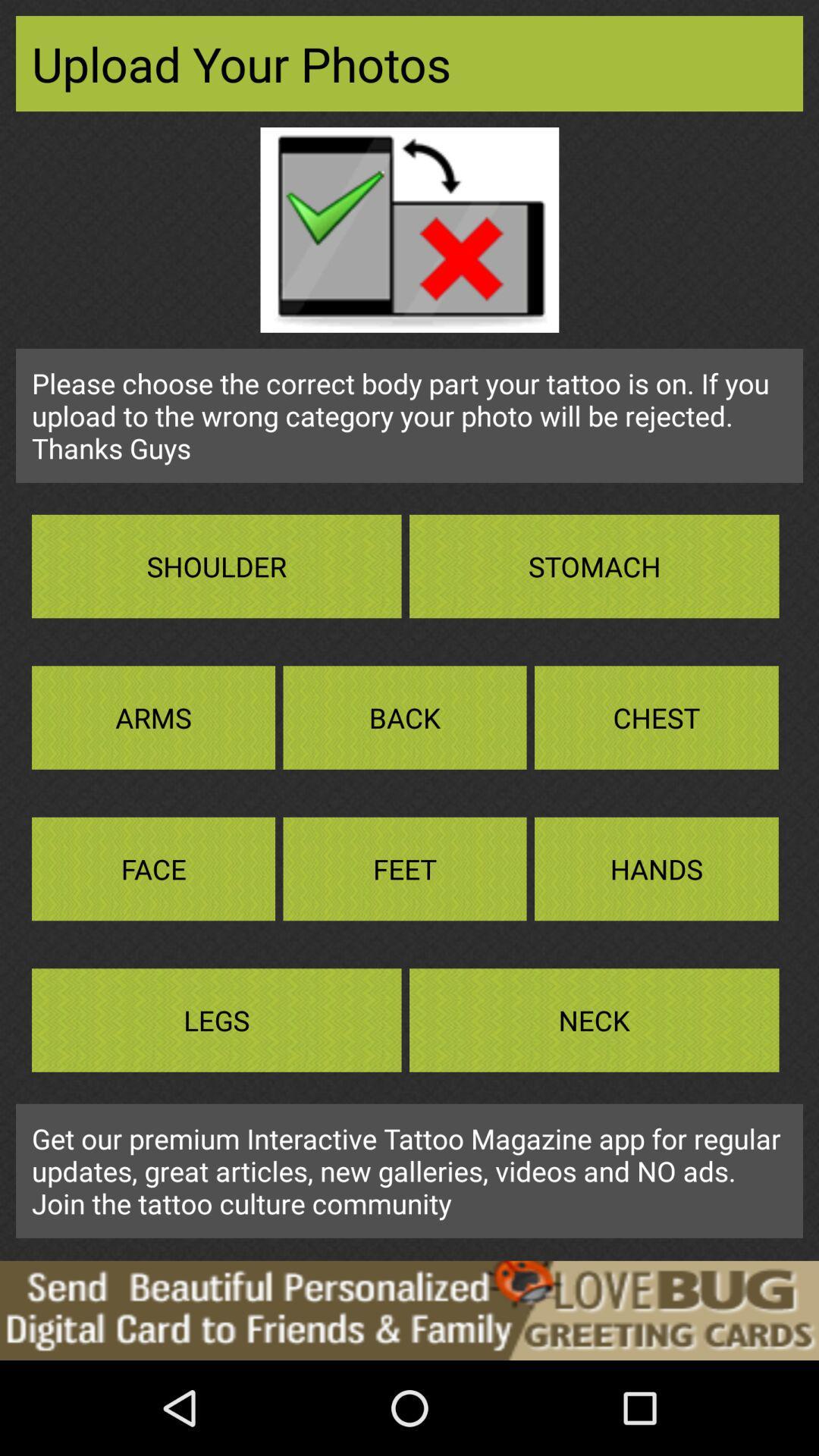  Describe the element at coordinates (409, 1310) in the screenshot. I see `click on advertisements` at that location.